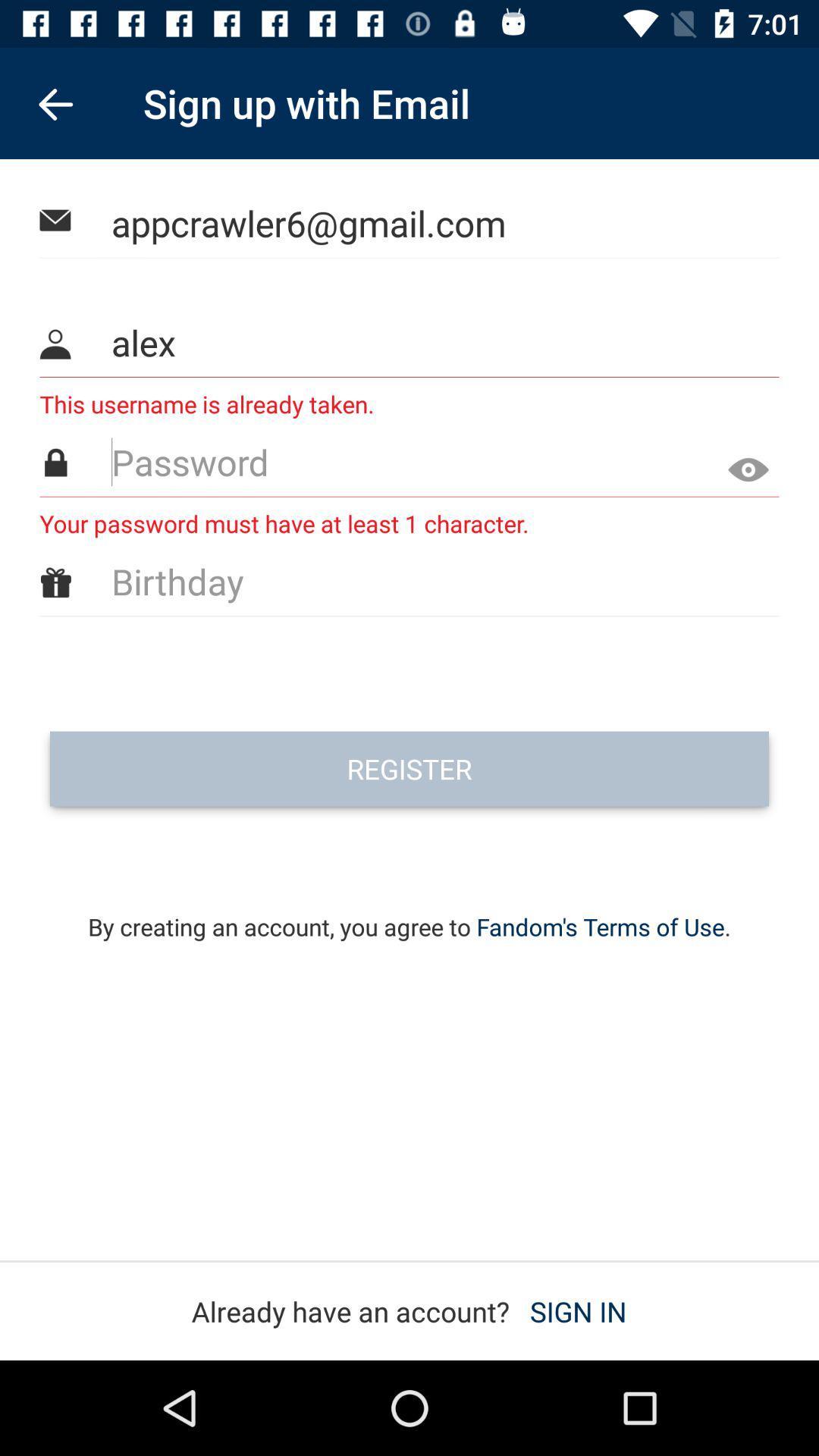 This screenshot has width=819, height=1456. I want to click on the alex, so click(410, 341).